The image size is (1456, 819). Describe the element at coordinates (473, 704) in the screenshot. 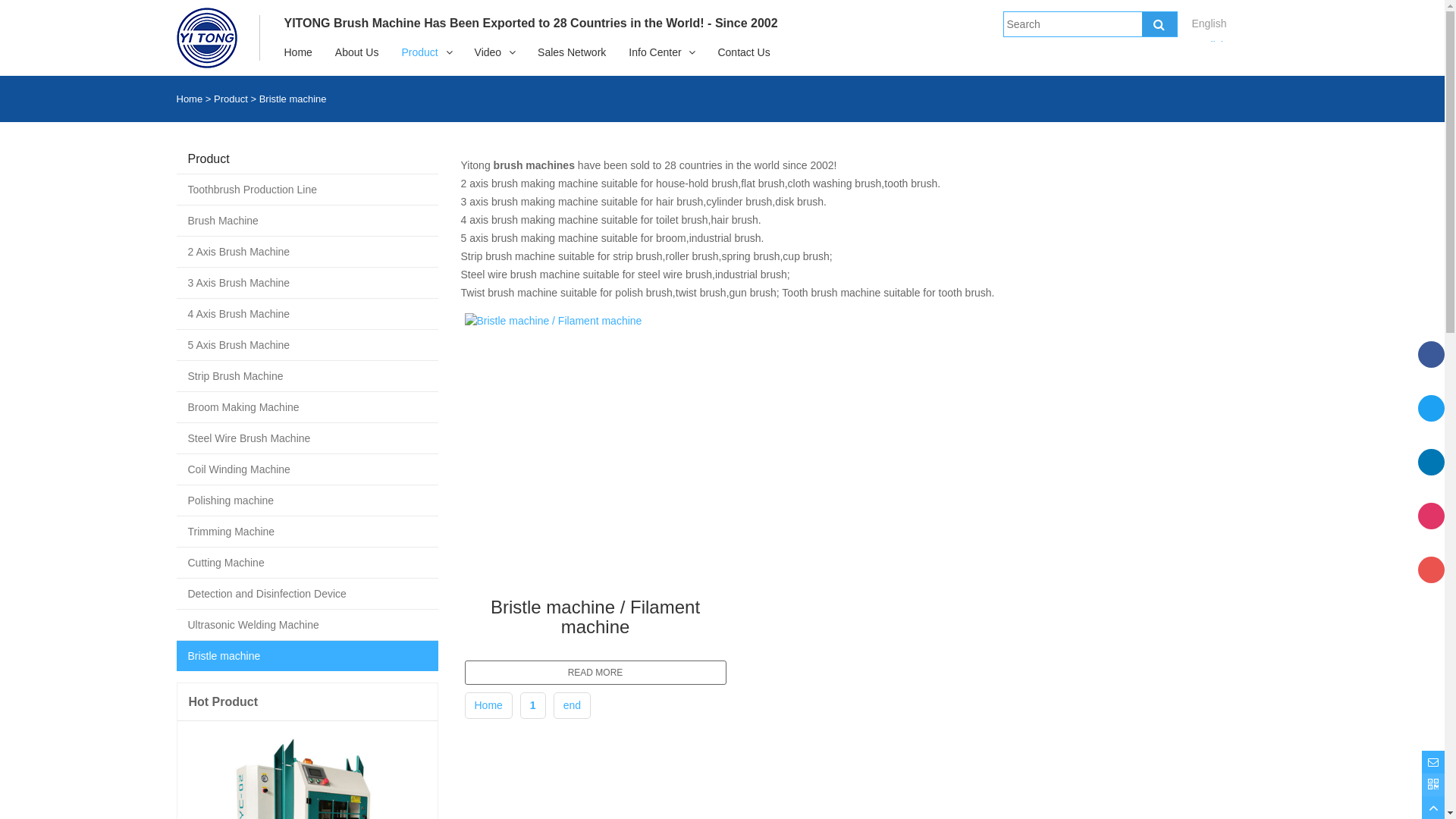

I see `'Home'` at that location.